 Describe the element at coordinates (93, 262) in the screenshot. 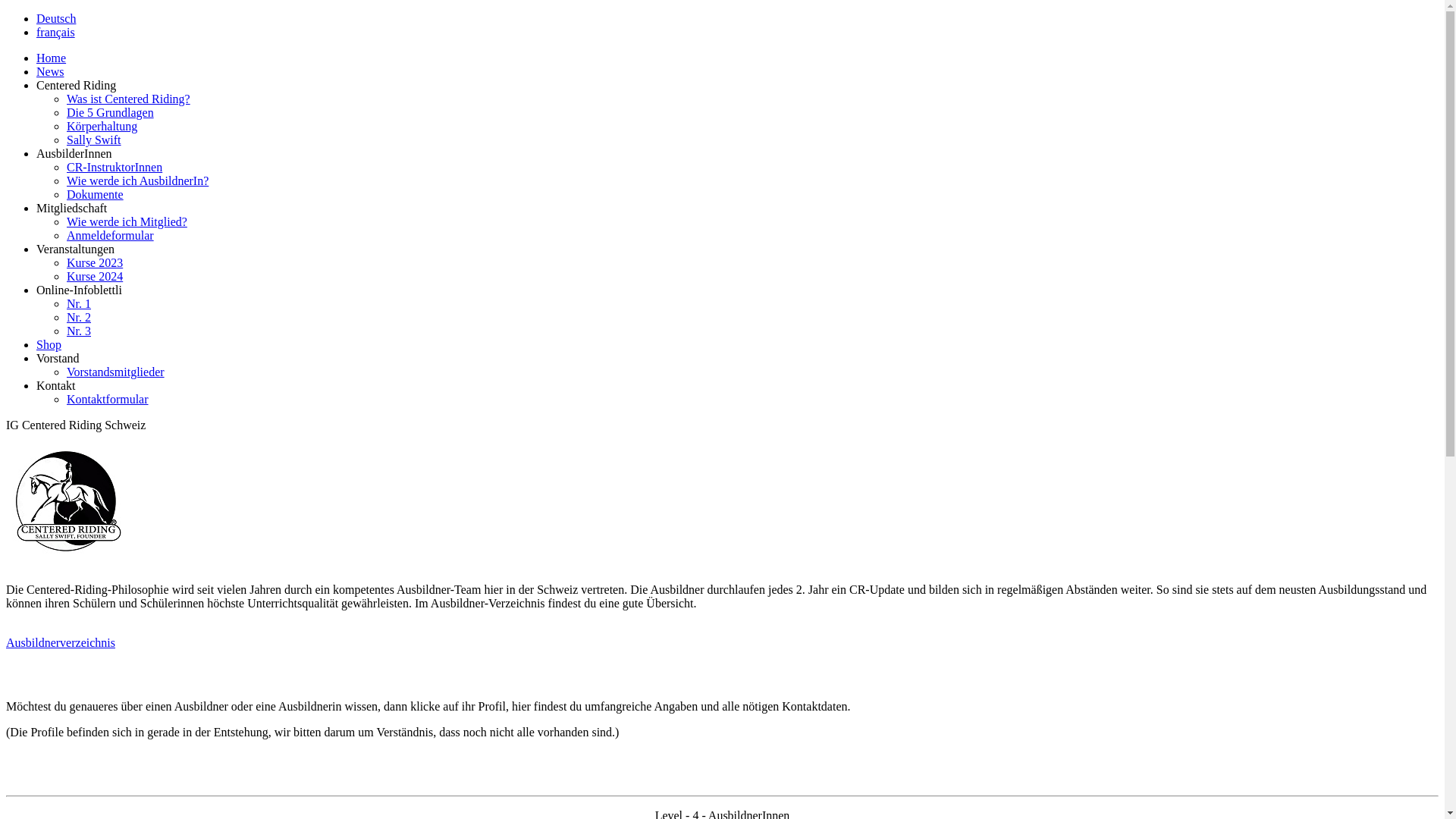

I see `'Kurse 2023'` at that location.